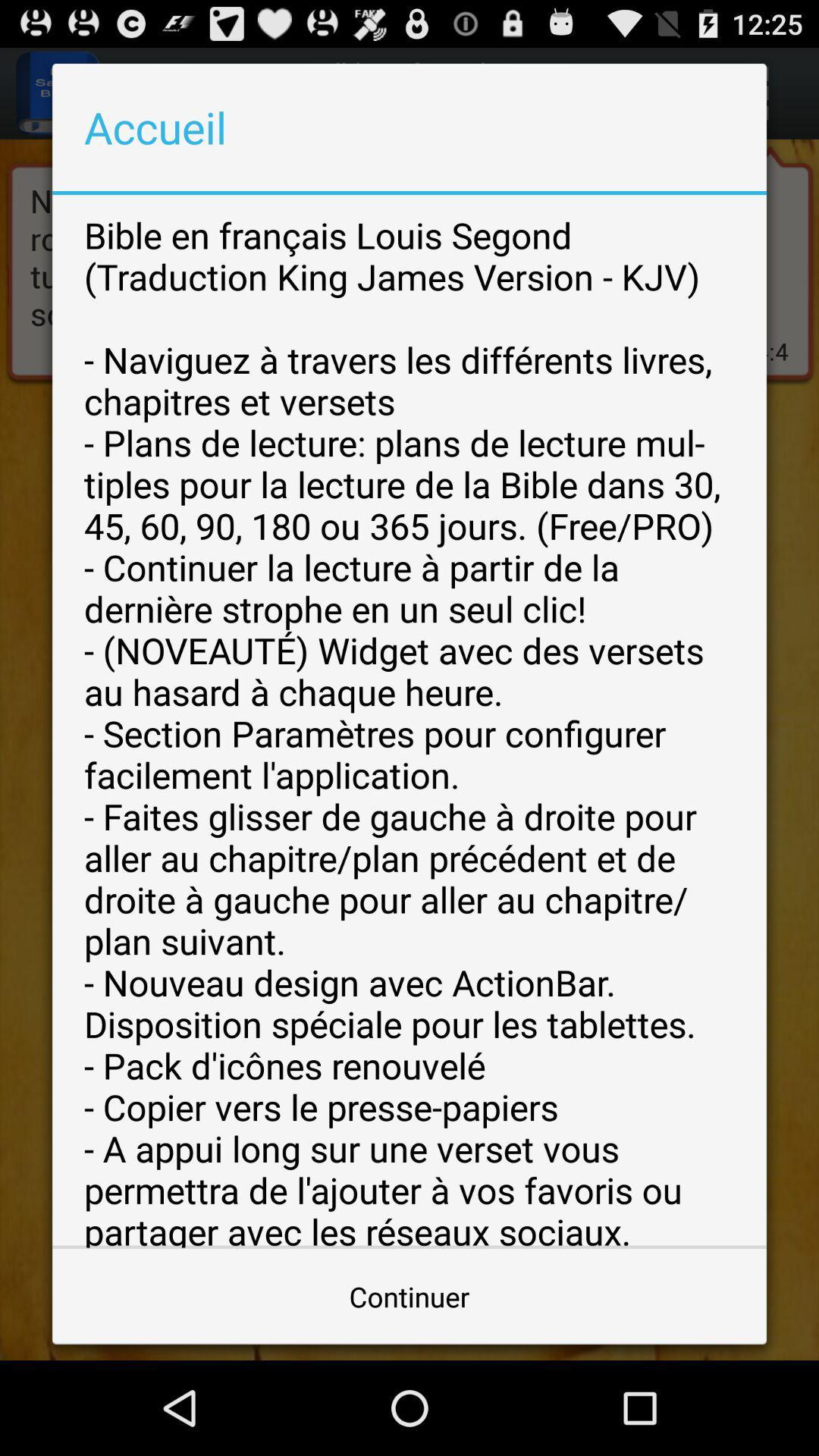  What do you see at coordinates (409, 1295) in the screenshot?
I see `continuer button` at bounding box center [409, 1295].